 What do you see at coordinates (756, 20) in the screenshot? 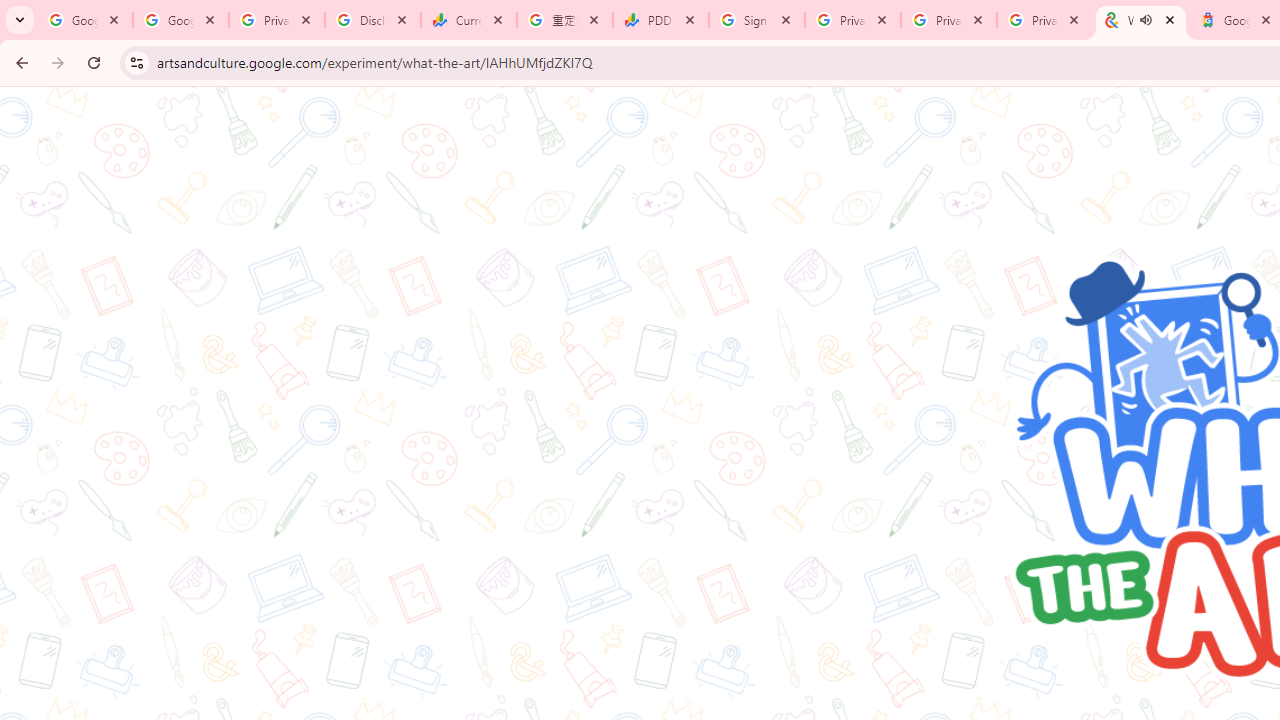
I see `'Sign in - Google Accounts'` at bounding box center [756, 20].